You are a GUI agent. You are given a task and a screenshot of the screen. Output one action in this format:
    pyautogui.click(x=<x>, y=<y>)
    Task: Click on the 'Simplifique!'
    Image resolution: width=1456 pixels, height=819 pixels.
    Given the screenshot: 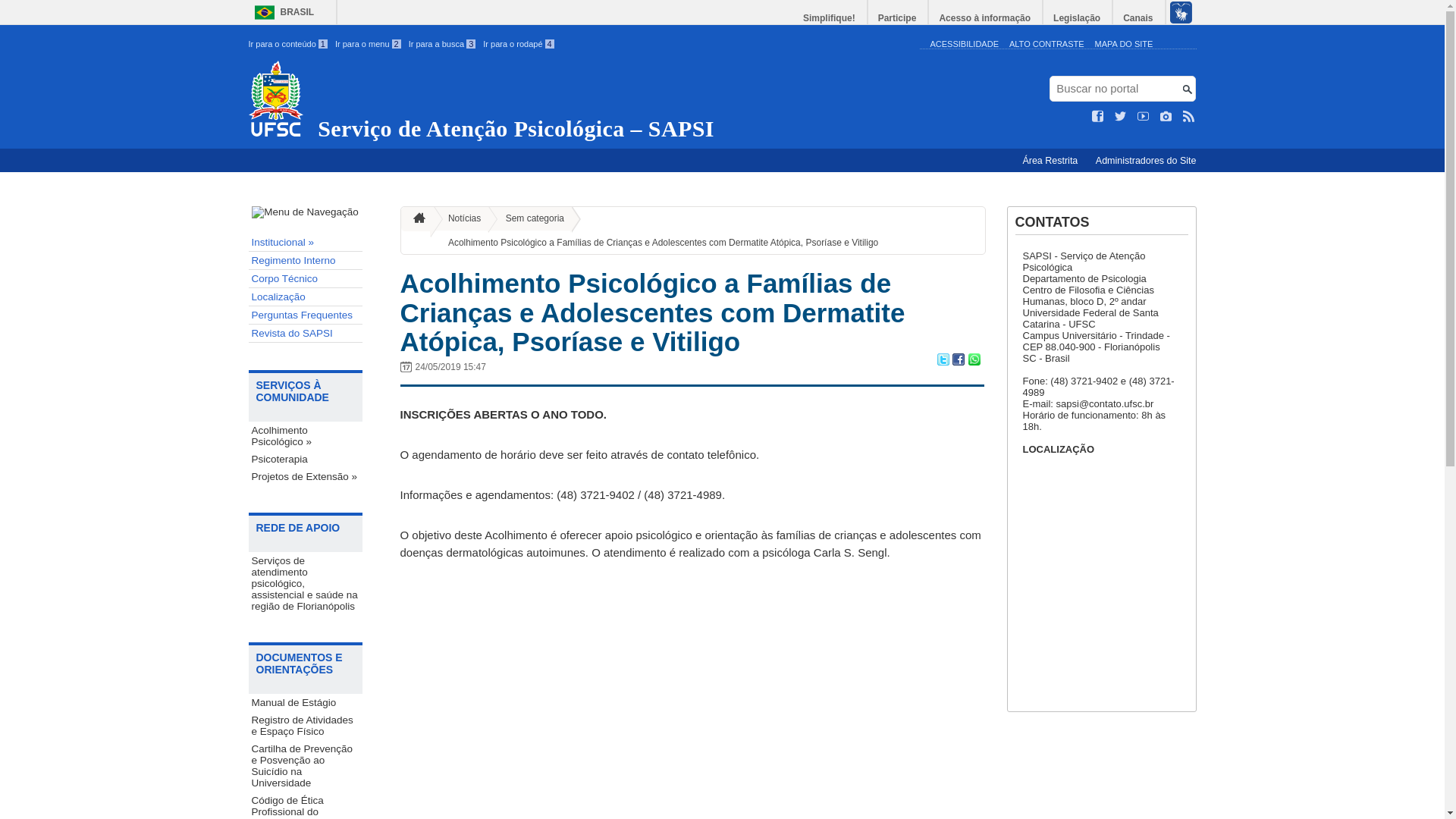 What is the action you would take?
    pyautogui.click(x=829, y=17)
    